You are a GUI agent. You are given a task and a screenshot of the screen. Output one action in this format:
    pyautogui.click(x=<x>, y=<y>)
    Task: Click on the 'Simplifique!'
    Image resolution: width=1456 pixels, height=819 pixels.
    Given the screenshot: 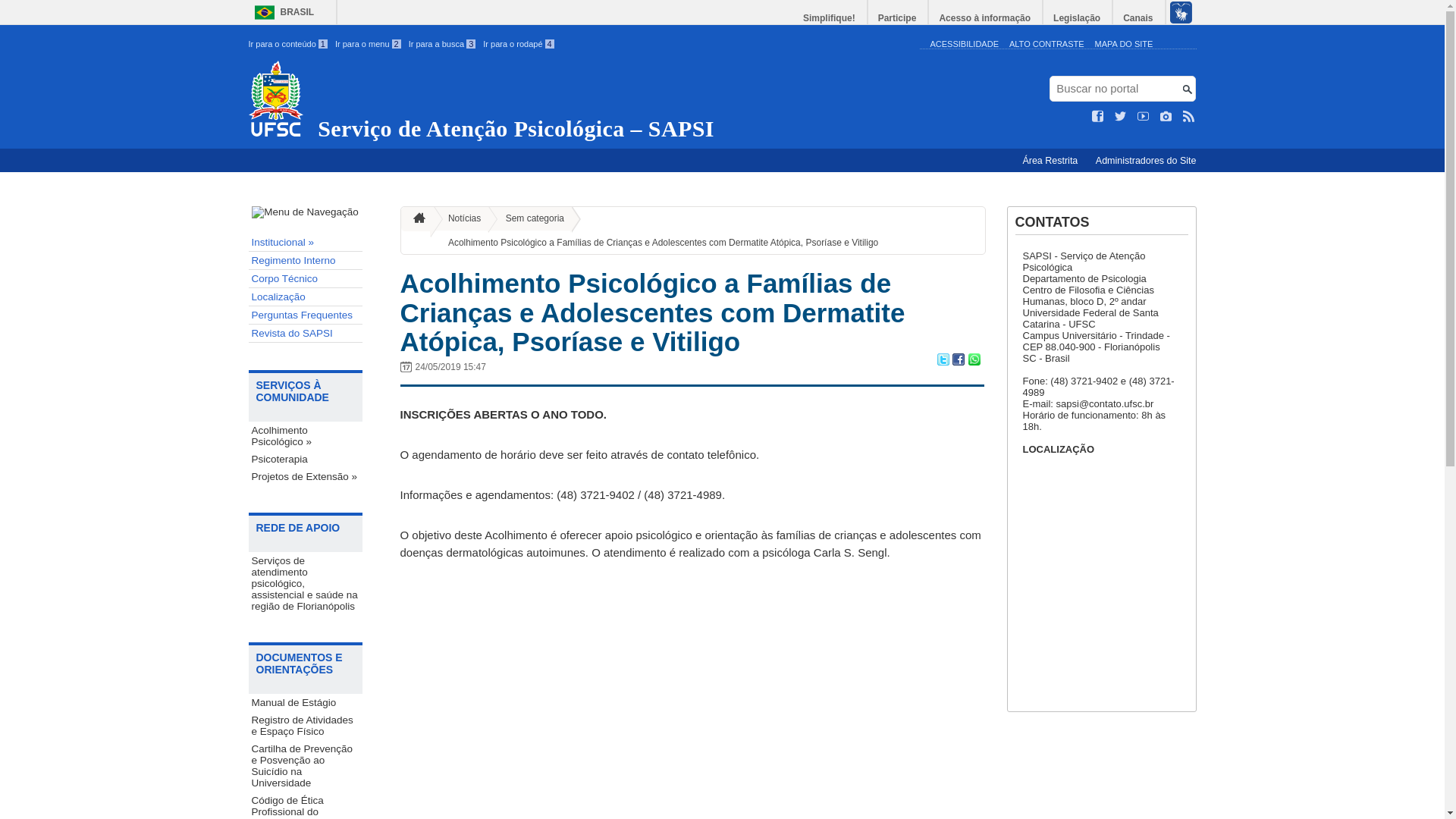 What is the action you would take?
    pyautogui.click(x=829, y=17)
    